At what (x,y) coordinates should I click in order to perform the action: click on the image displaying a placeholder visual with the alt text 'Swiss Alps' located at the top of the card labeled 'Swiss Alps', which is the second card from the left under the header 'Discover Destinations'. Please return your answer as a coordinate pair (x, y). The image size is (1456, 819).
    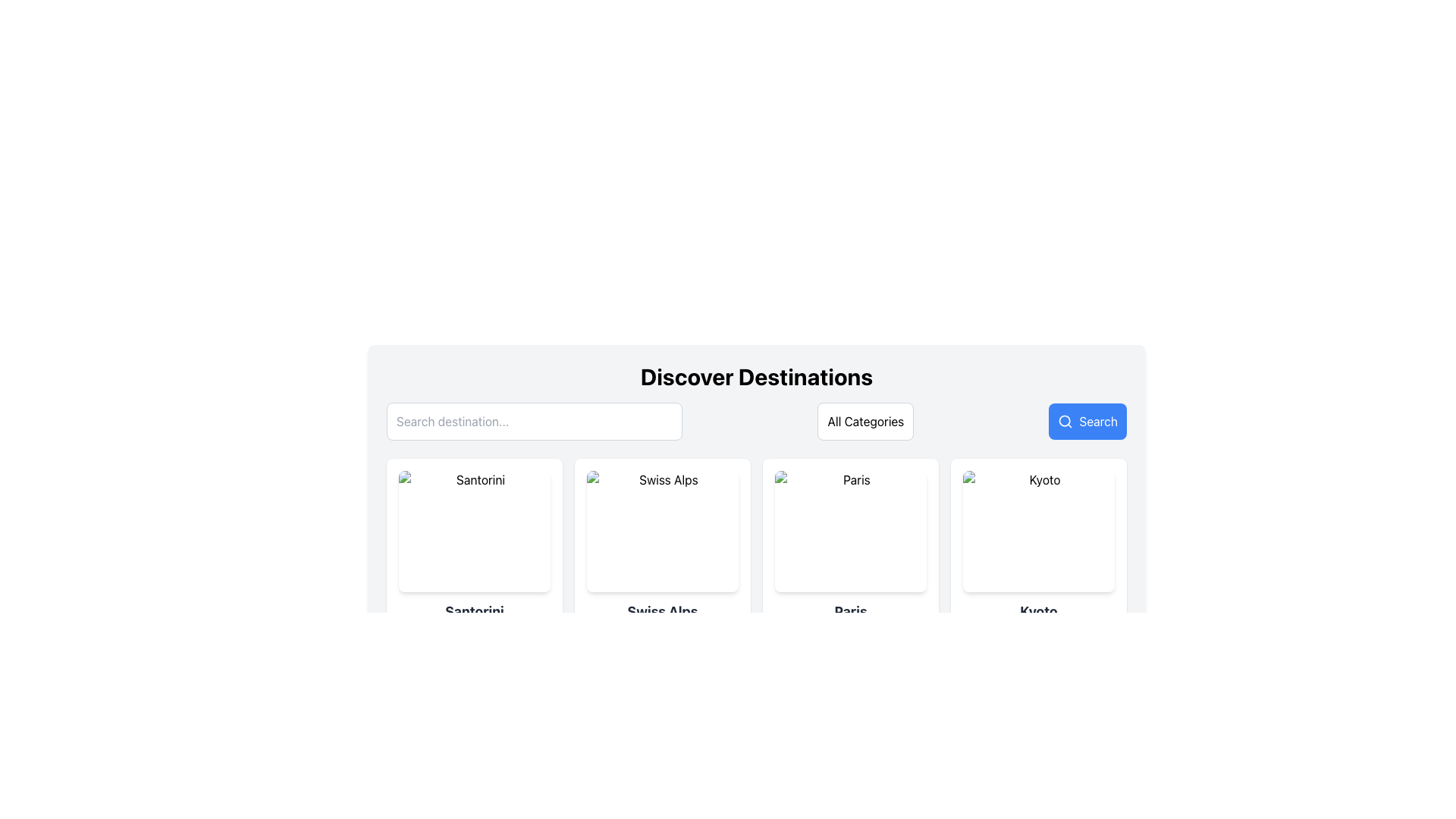
    Looking at the image, I should click on (662, 531).